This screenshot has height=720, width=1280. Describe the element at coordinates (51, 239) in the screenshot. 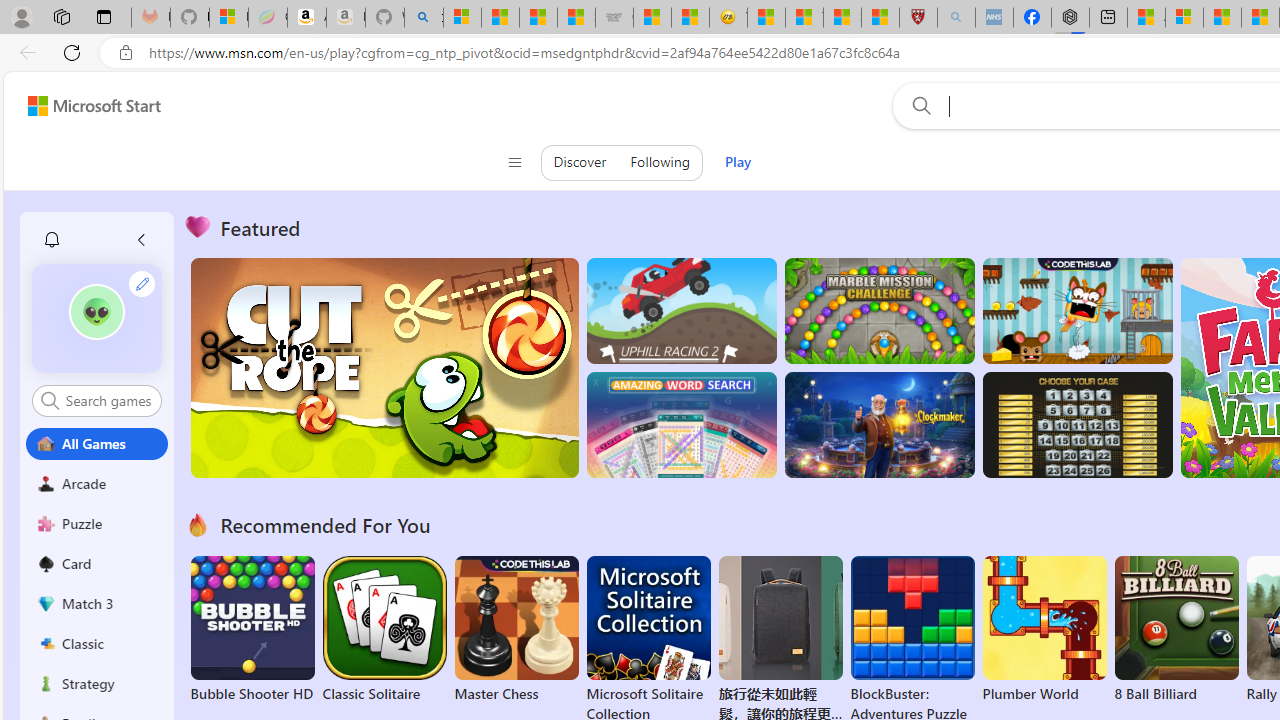

I see `'Class: notification-item'` at that location.